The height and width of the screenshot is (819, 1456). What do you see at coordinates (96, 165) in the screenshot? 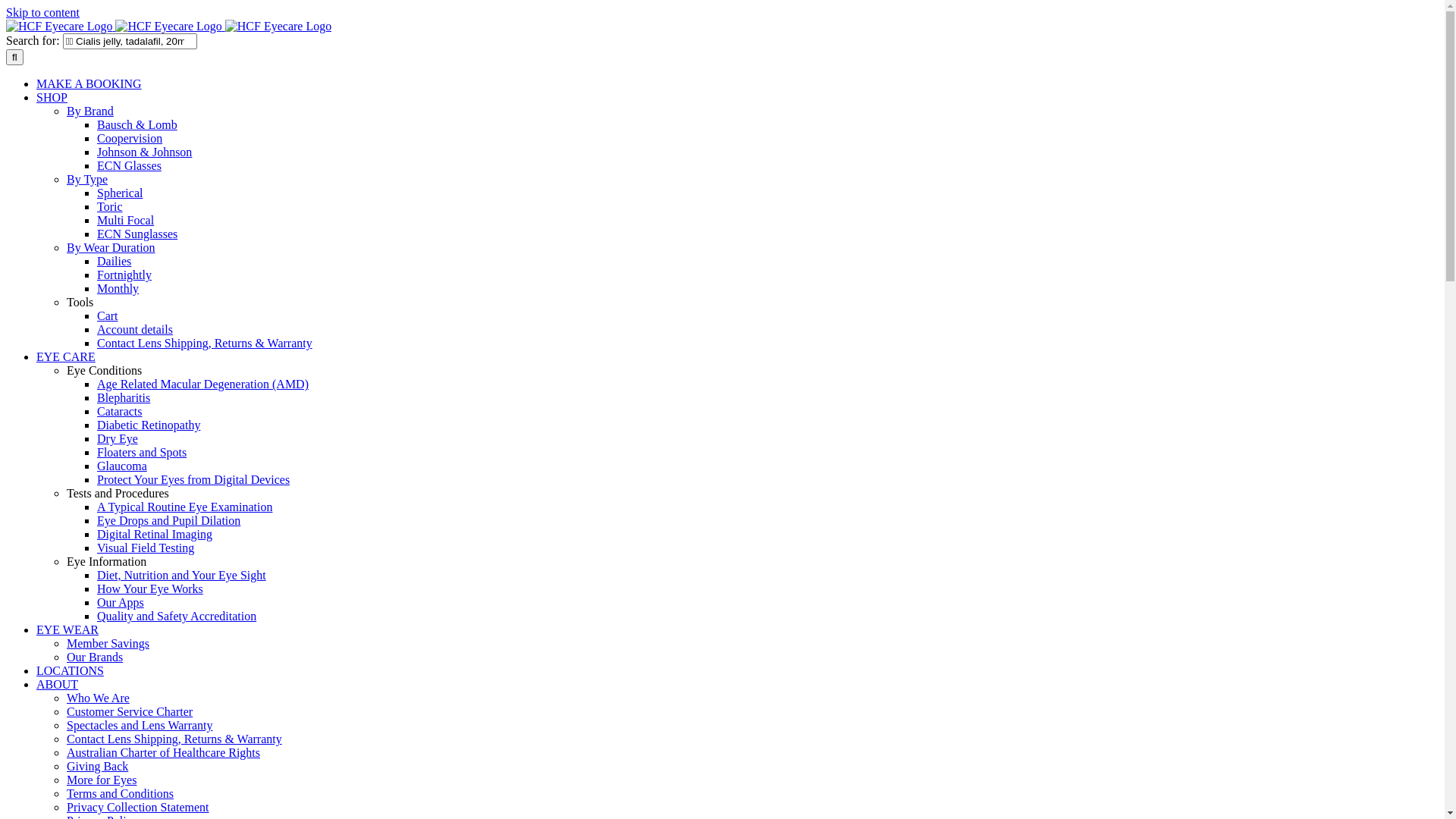
I see `'ECN Glasses'` at bounding box center [96, 165].